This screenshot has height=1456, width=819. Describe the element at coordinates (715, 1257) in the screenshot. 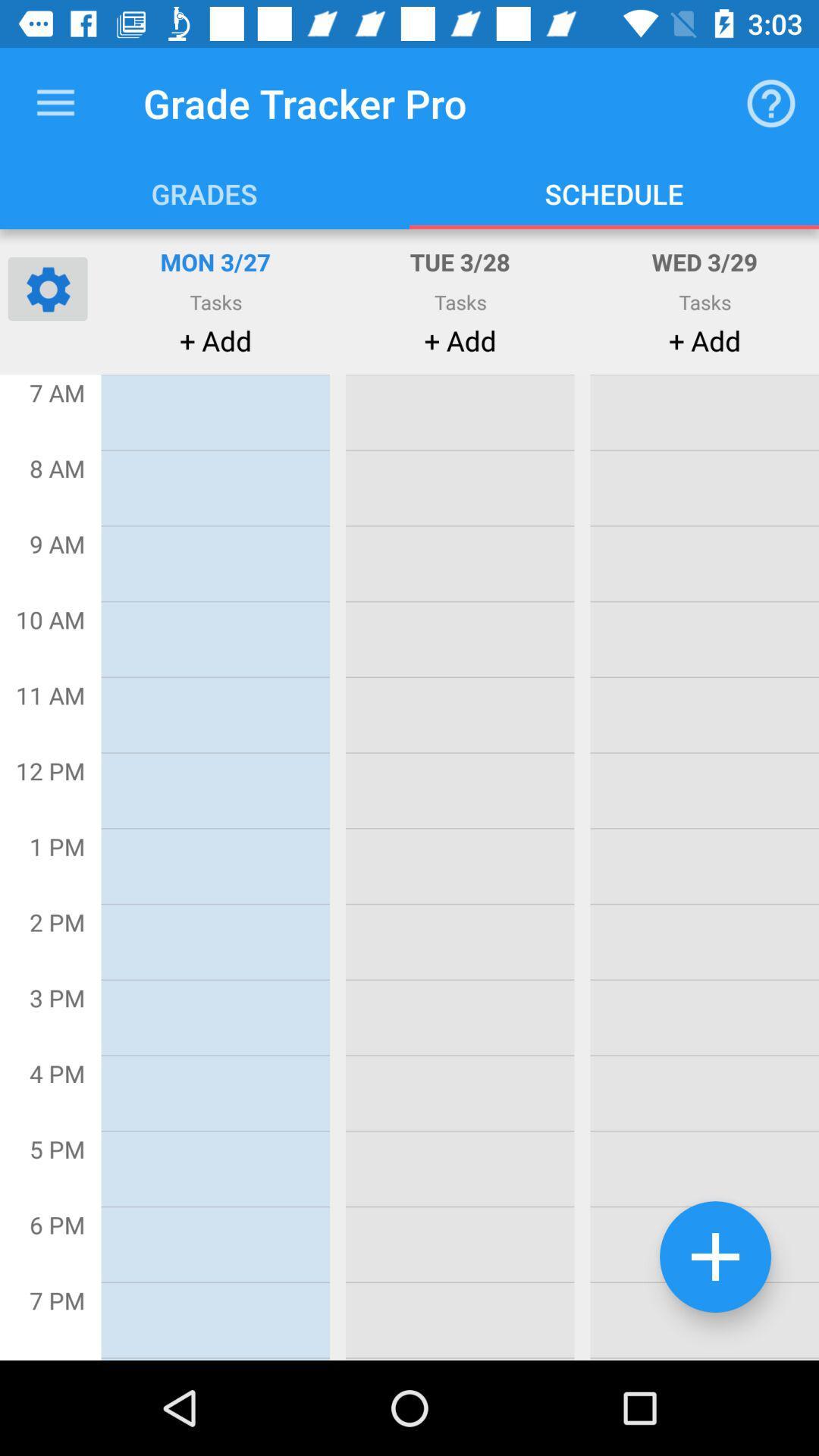

I see `option` at that location.